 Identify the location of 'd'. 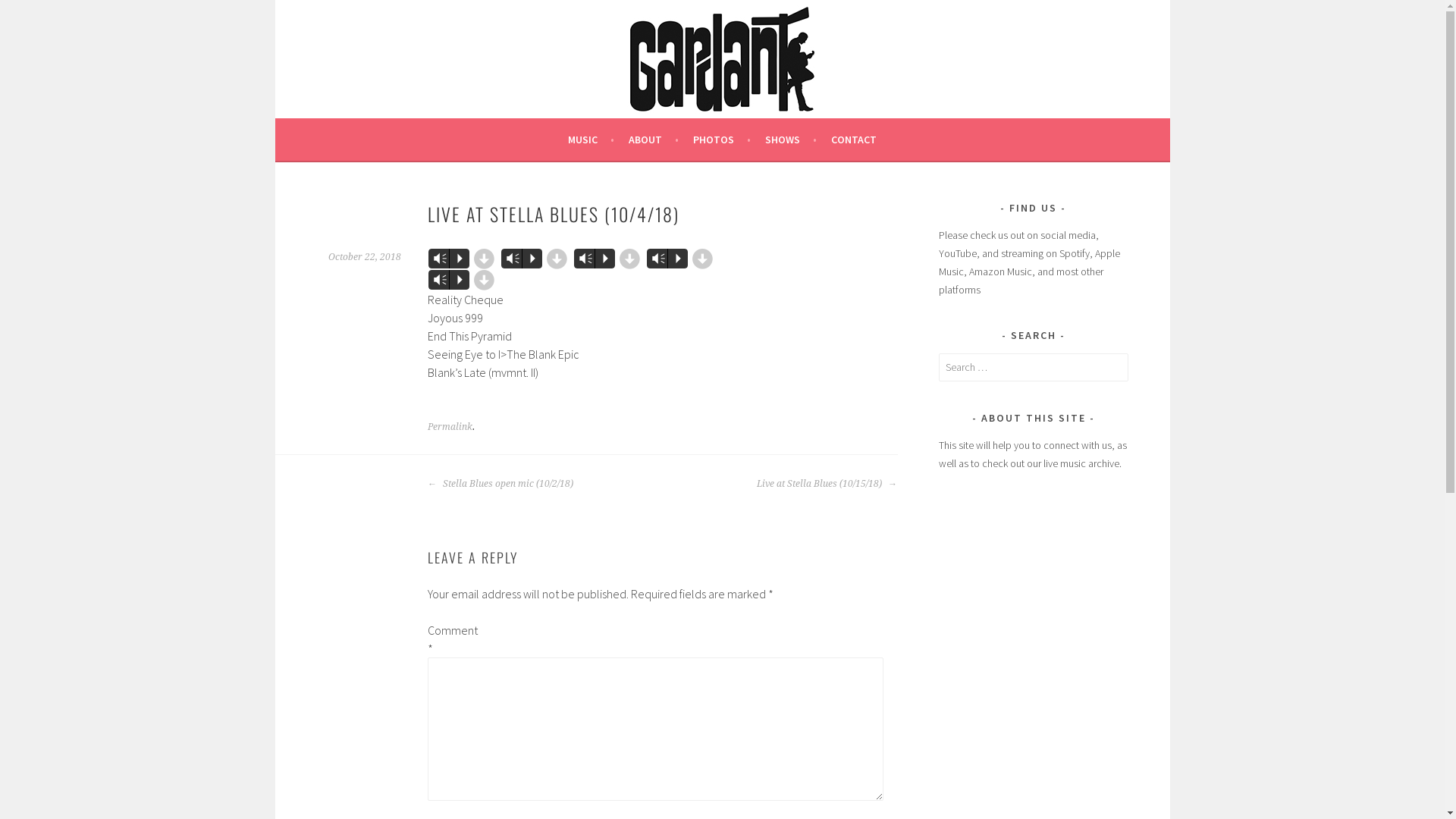
(701, 257).